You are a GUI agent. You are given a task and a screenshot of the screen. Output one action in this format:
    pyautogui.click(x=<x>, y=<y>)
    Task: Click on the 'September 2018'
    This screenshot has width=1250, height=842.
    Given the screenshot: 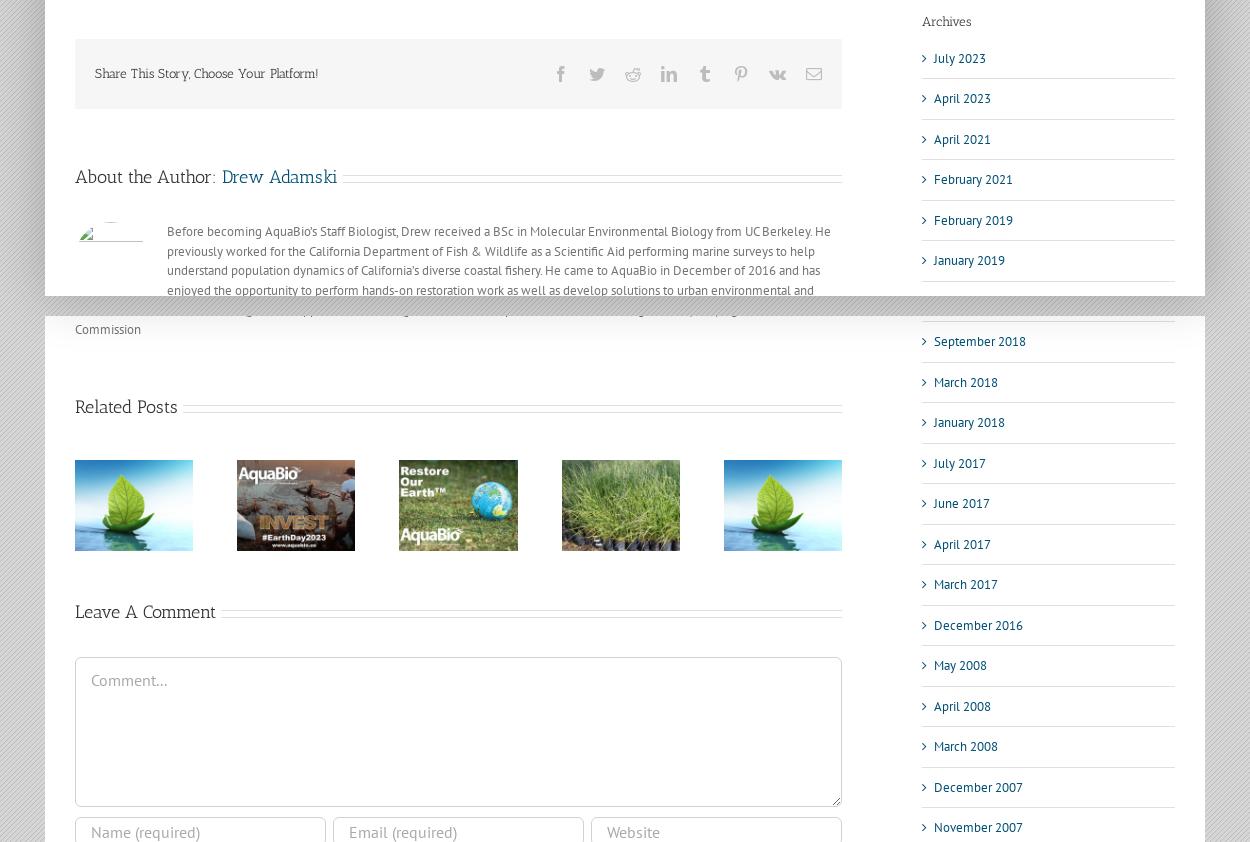 What is the action you would take?
    pyautogui.click(x=979, y=341)
    